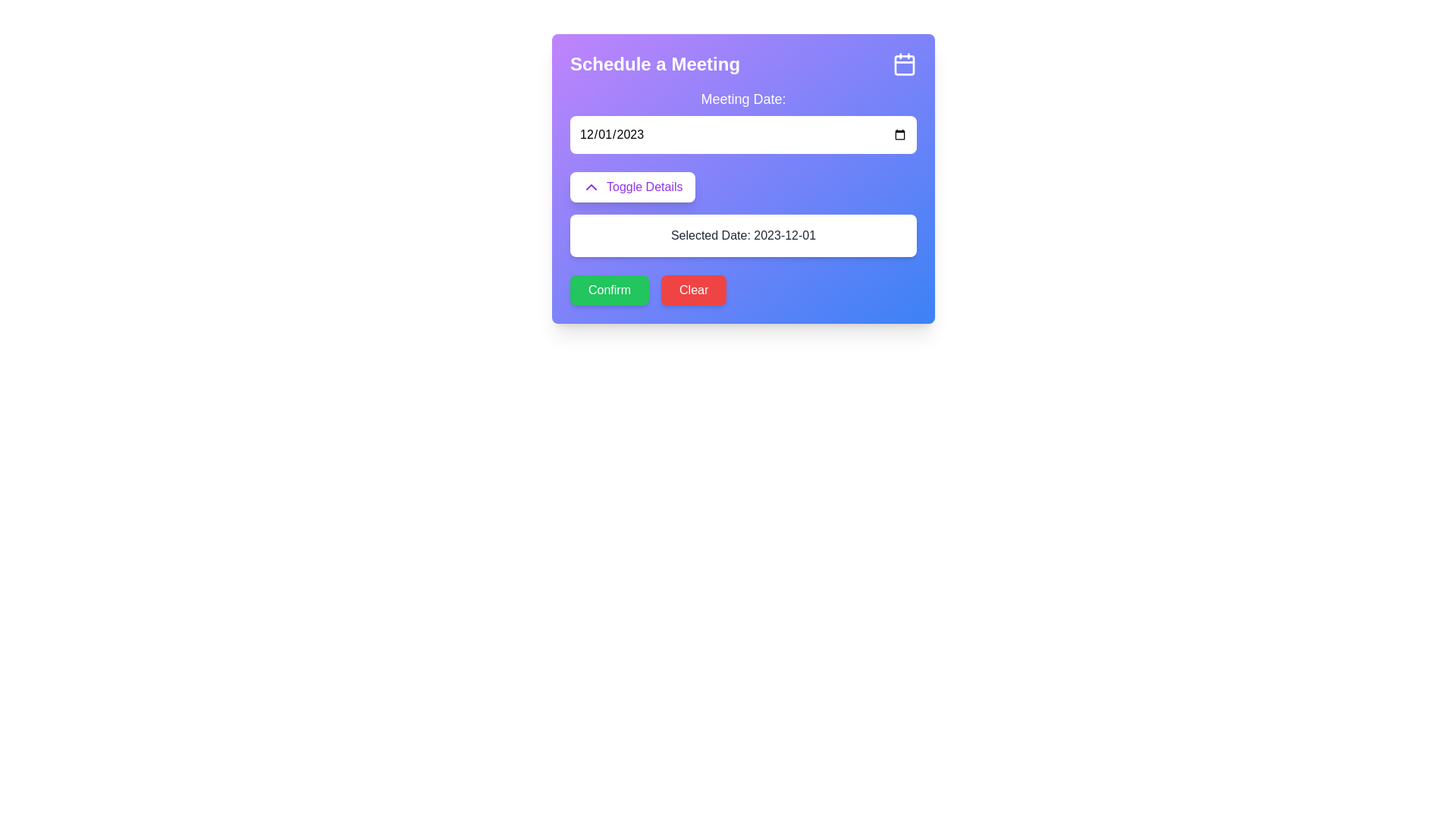  What do you see at coordinates (905, 63) in the screenshot?
I see `the calendar icon with a bold white outline on a blue square background, located at the top-right corner of the purple box, to the right of the text 'Schedule a Meeting'` at bounding box center [905, 63].